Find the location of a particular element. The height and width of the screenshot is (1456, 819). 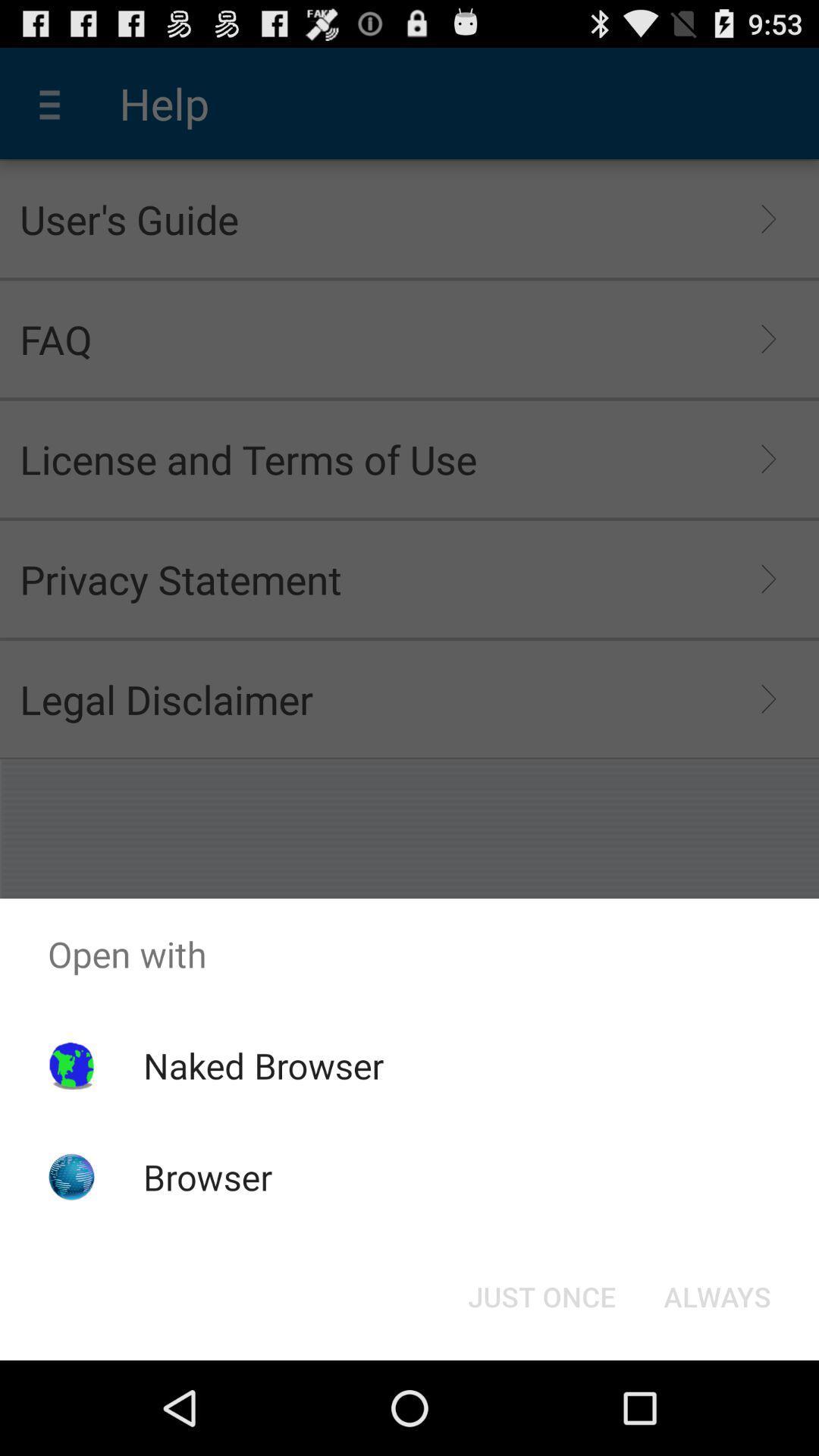

item next to just once item is located at coordinates (717, 1295).